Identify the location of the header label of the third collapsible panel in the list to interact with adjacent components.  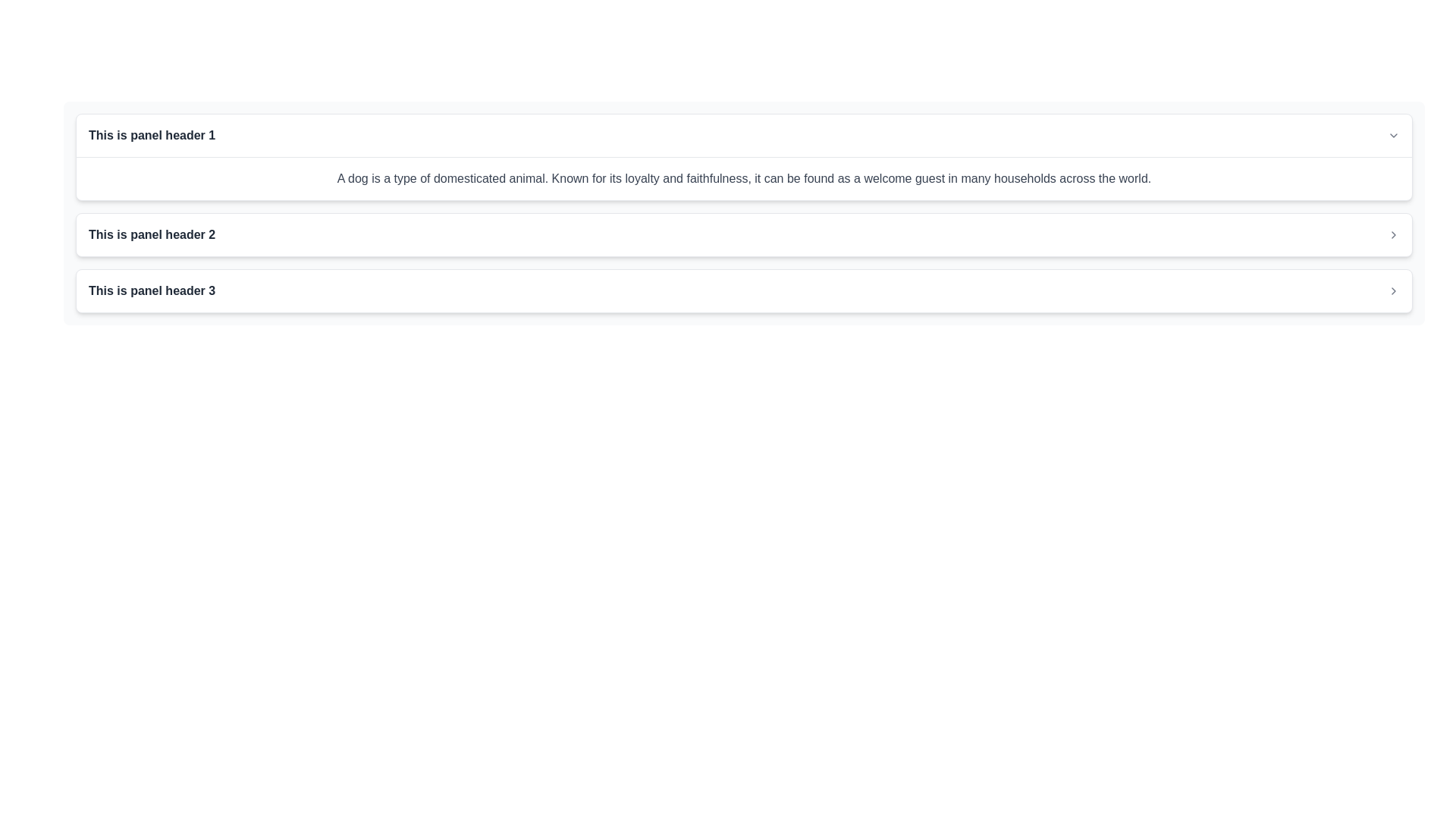
(152, 291).